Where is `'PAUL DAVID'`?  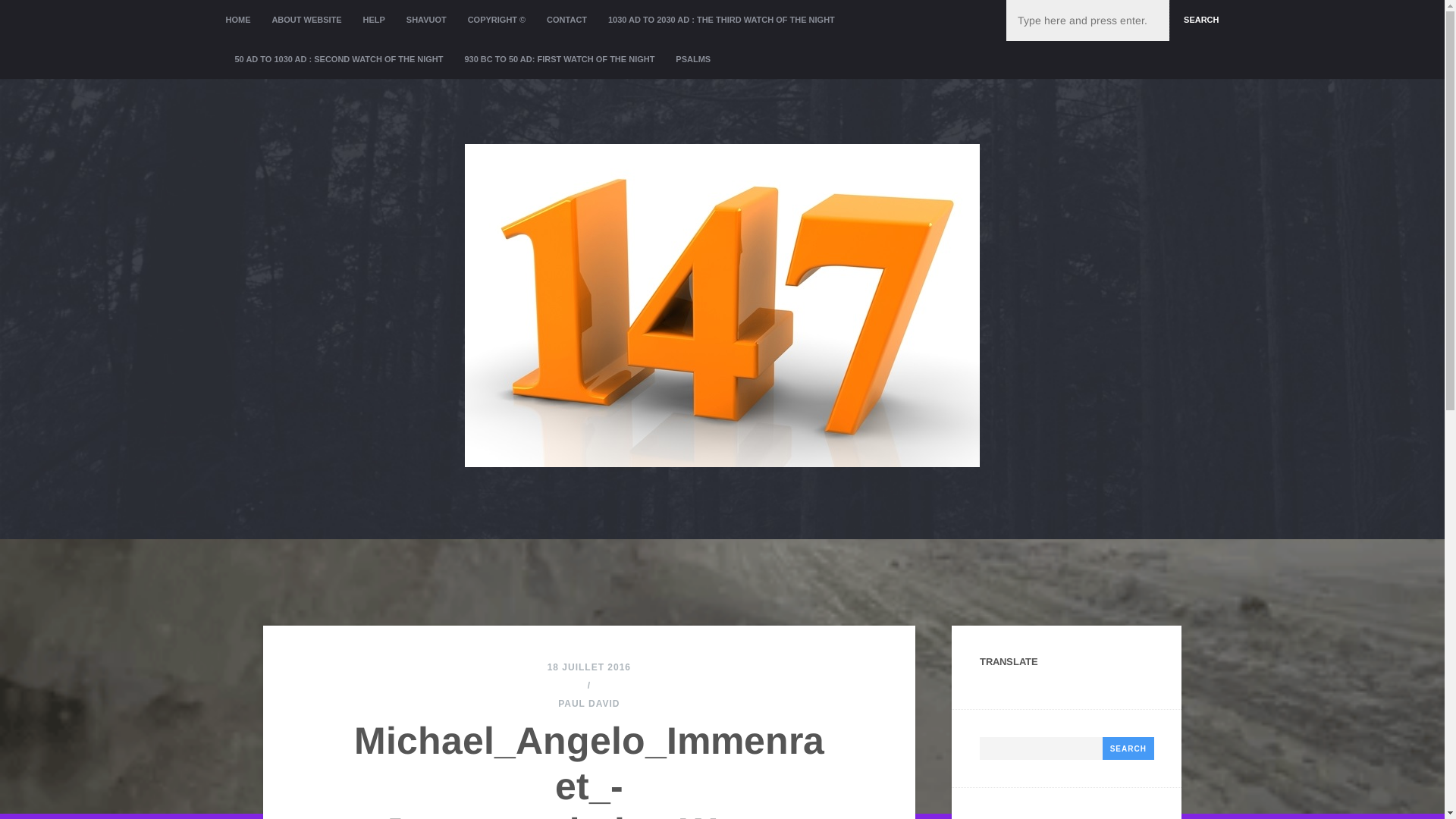 'PAUL DAVID' is located at coordinates (588, 704).